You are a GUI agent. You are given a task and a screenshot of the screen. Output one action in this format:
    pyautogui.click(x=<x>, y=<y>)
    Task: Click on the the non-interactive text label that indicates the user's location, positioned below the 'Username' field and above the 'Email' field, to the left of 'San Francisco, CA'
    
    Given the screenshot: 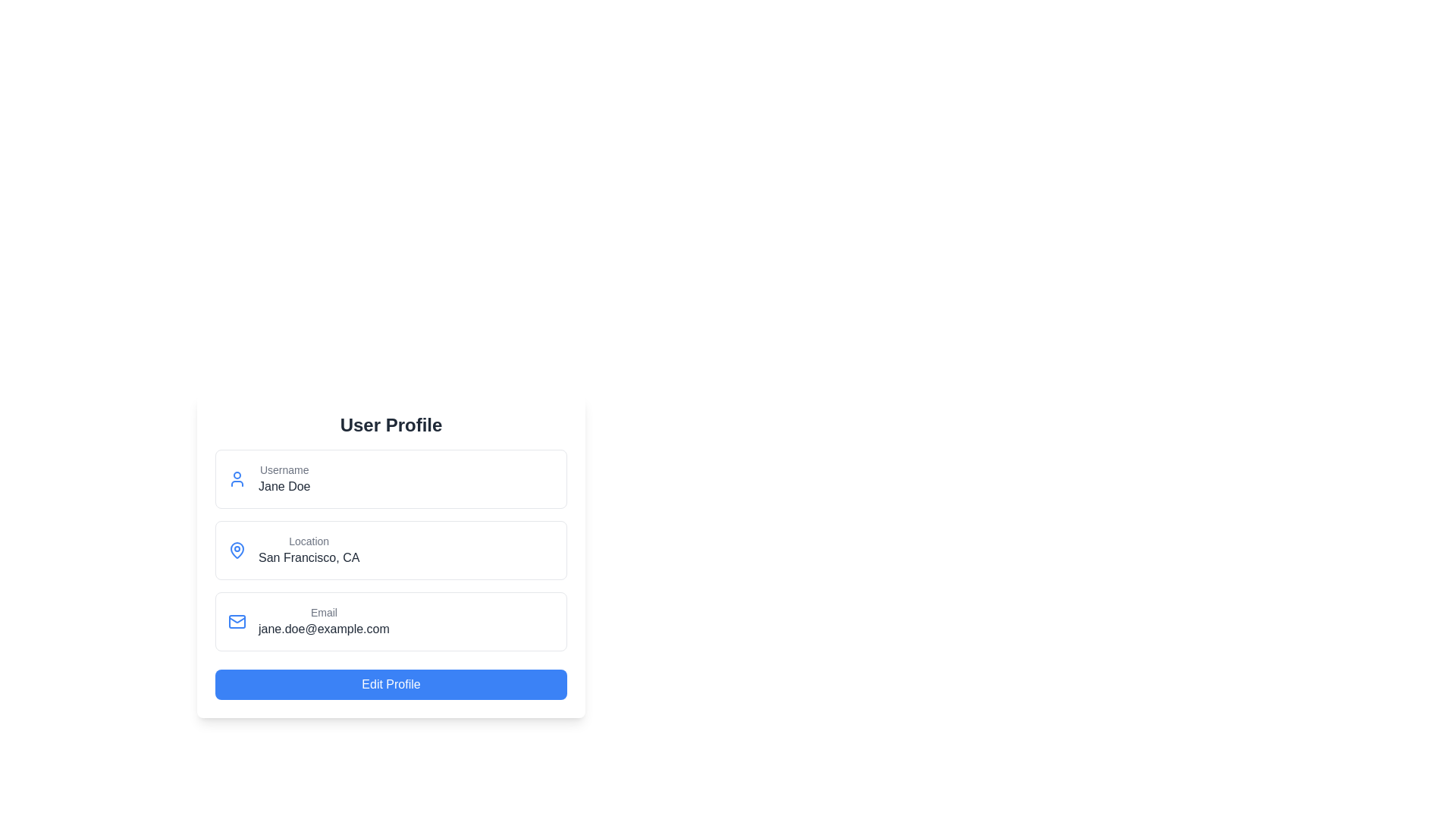 What is the action you would take?
    pyautogui.click(x=308, y=540)
    